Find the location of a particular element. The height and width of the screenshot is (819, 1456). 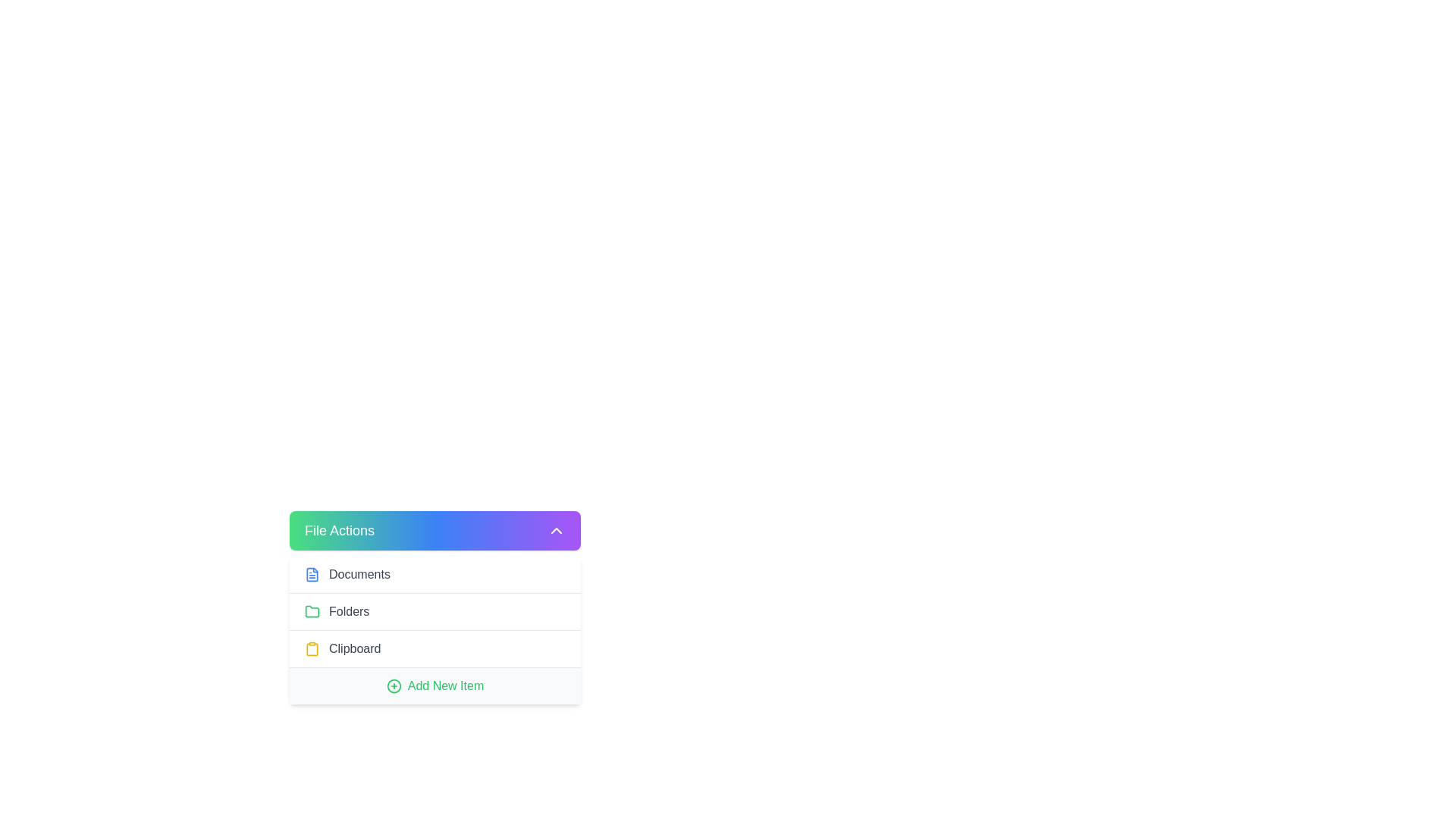

text label that describes the folder-related functionality, located in the 'File Actions' section, as the second item in the list, adjacent to the green folder icon is located at coordinates (348, 610).